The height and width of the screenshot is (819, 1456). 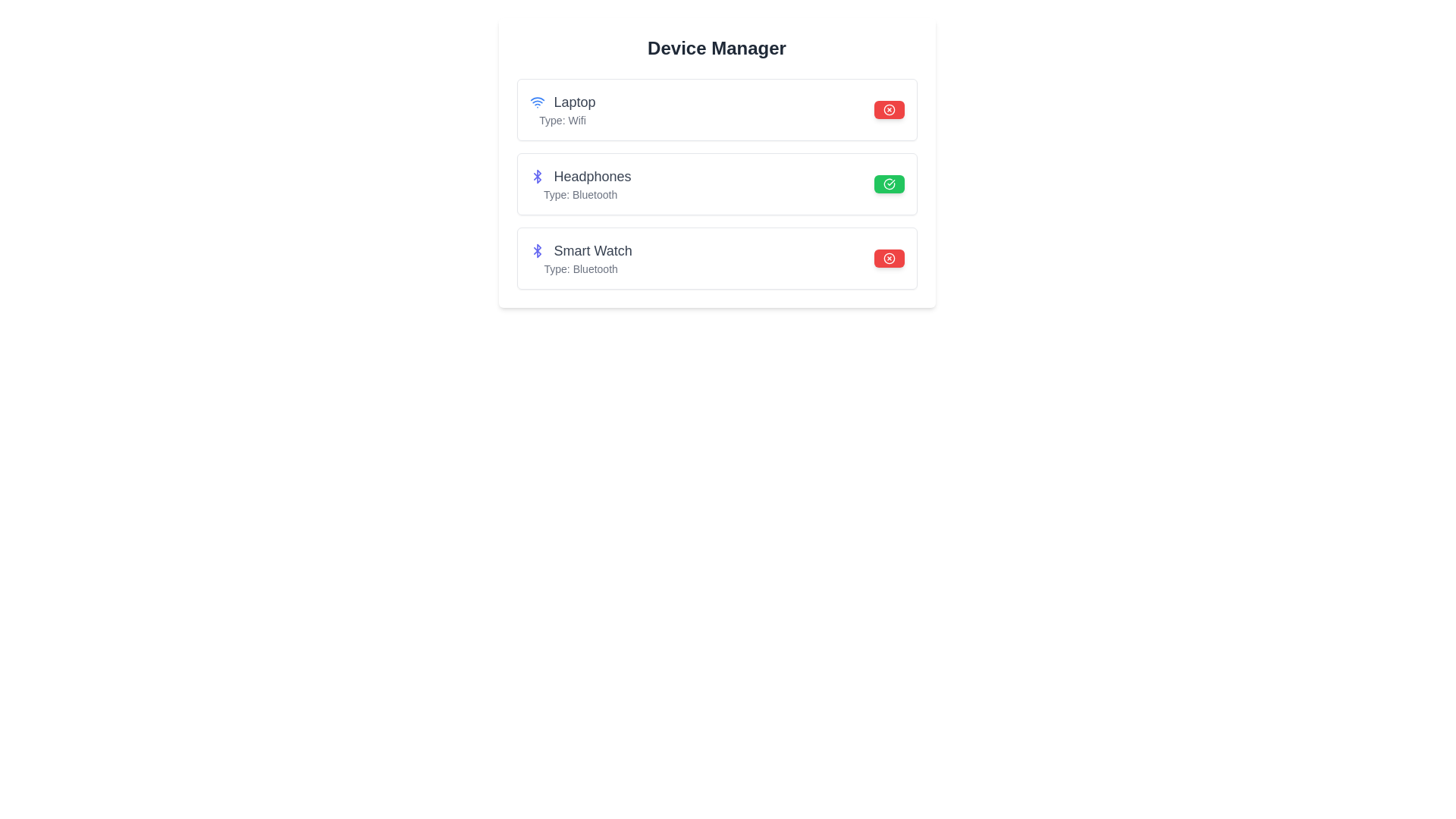 I want to click on the indigo Bluetooth icon located left of the 'Headphones' text in the second row under the 'Device Manager' heading, so click(x=537, y=175).